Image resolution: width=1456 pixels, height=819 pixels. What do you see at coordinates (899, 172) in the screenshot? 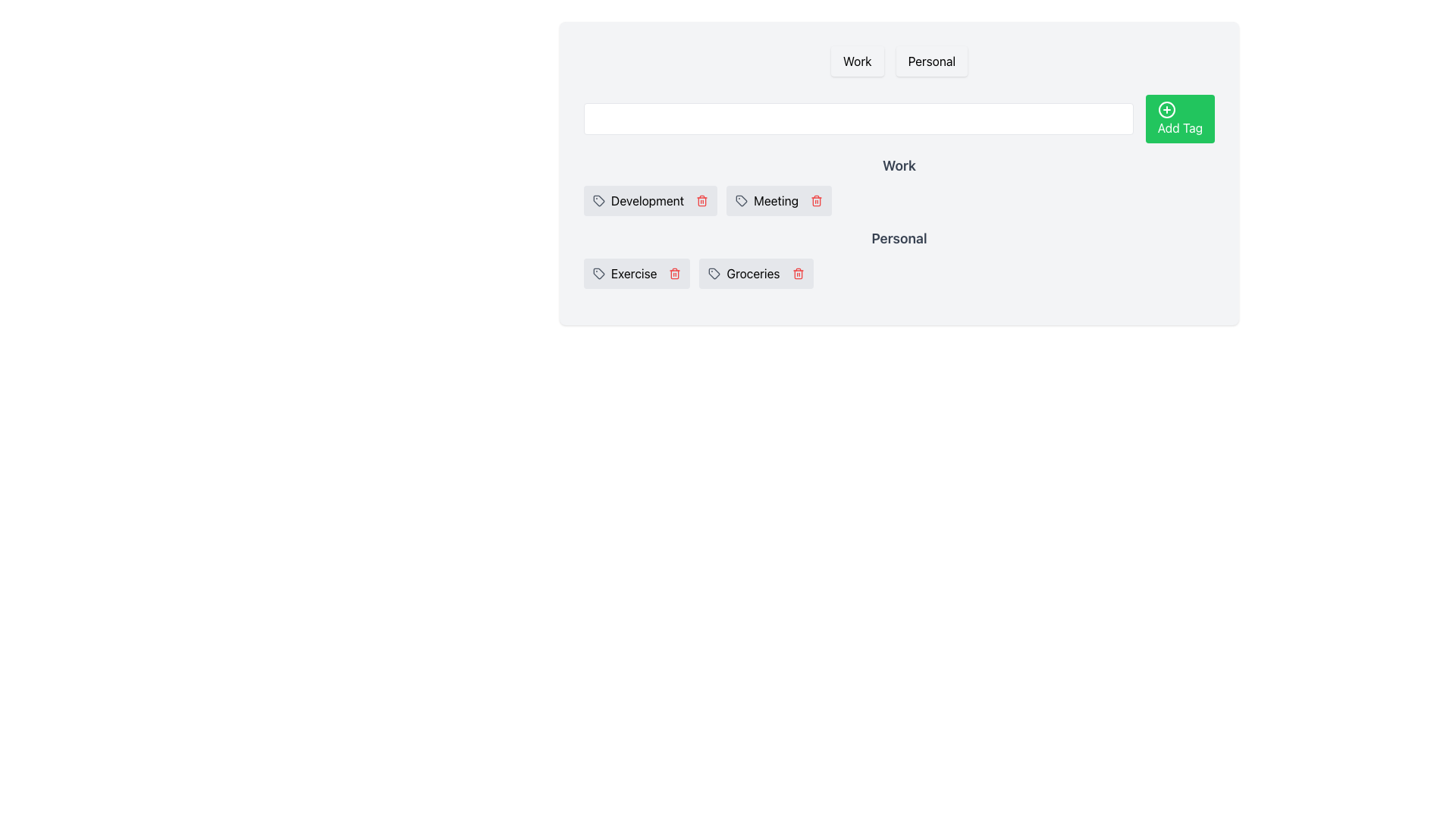
I see `the text label displaying the word 'Work', which is bold and centrally positioned above 'Personal' and below 'Add Tag'` at bounding box center [899, 172].